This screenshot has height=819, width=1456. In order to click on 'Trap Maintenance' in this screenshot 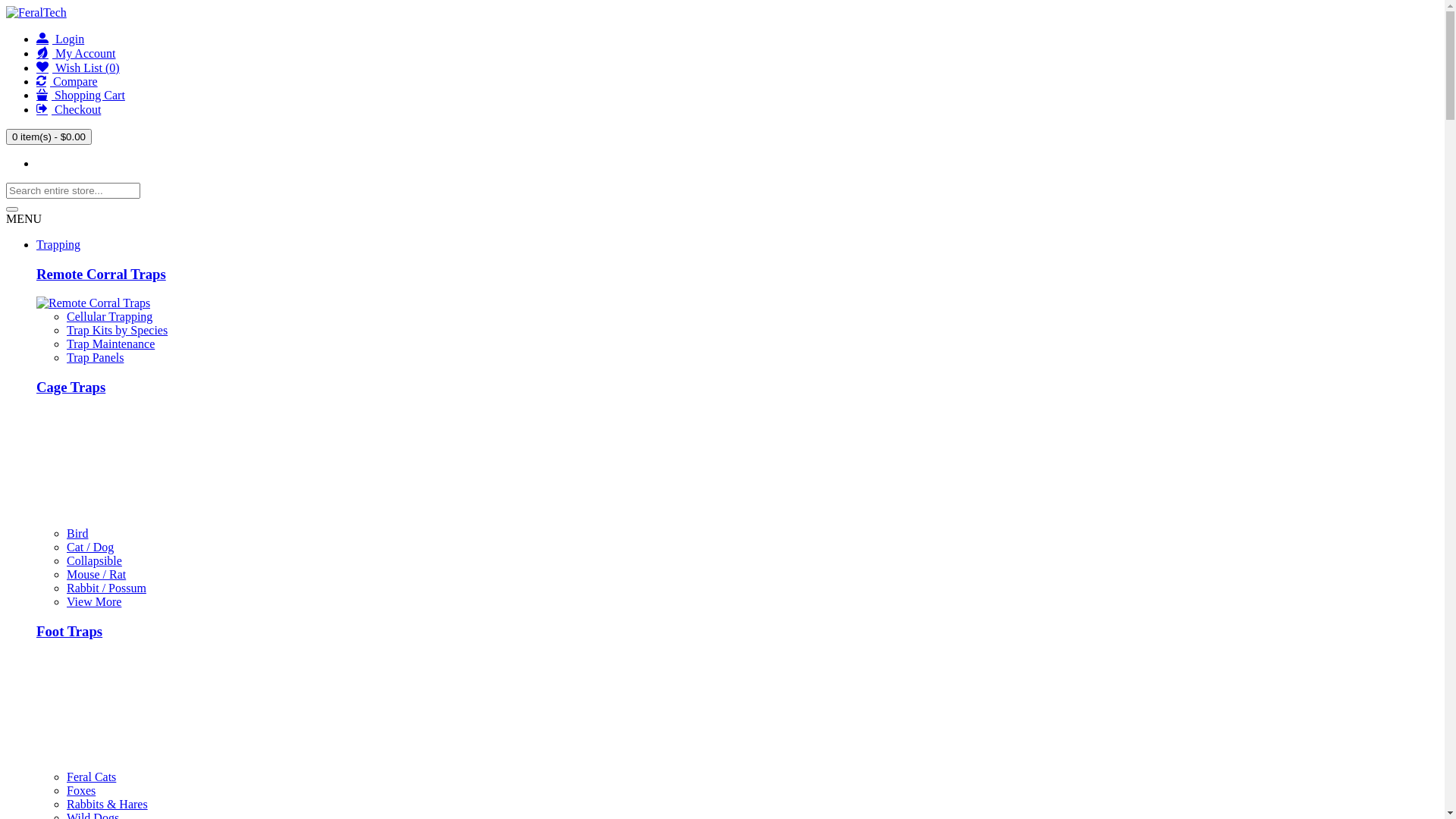, I will do `click(109, 344)`.